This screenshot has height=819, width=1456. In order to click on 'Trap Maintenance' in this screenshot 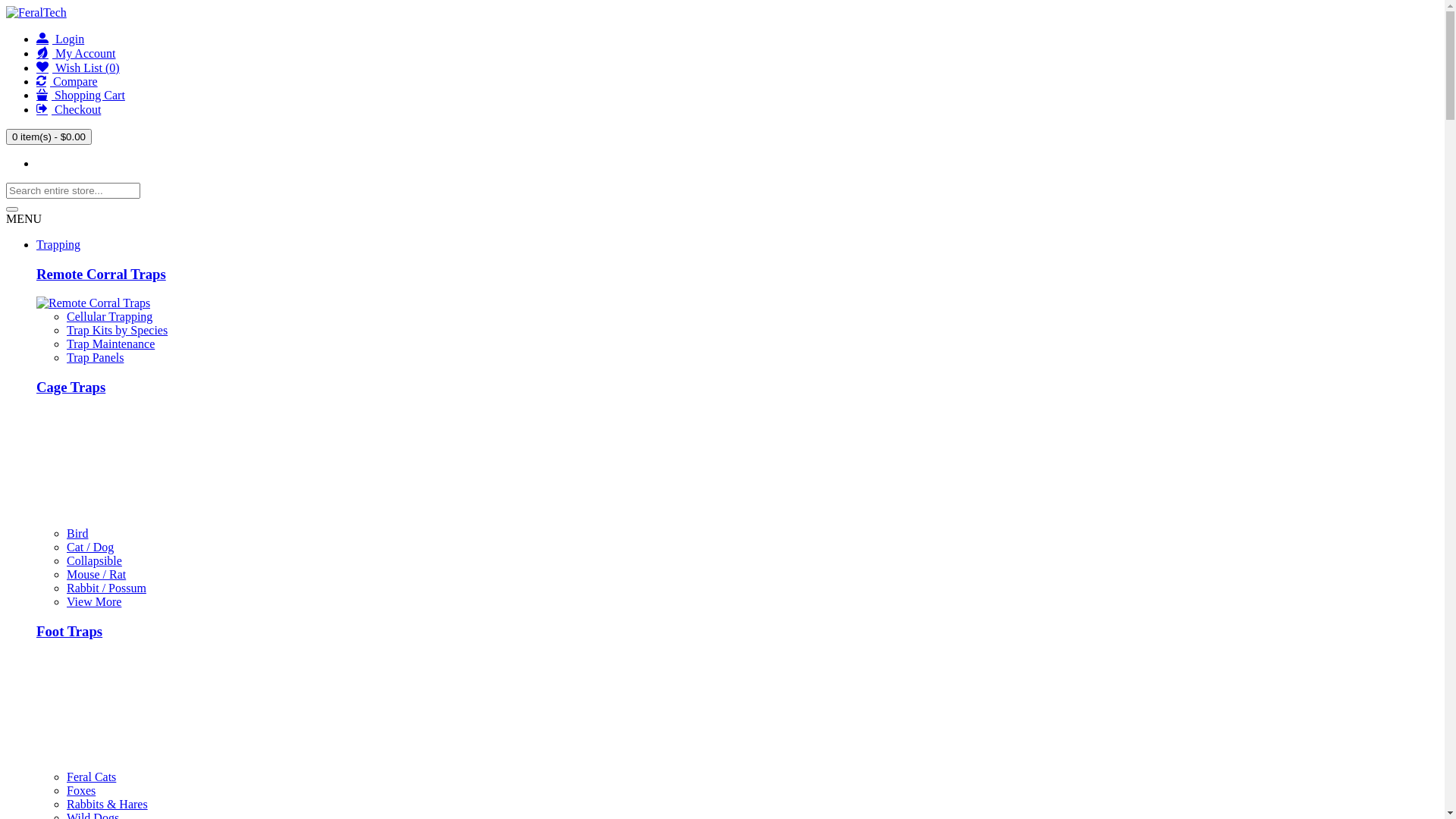, I will do `click(109, 344)`.